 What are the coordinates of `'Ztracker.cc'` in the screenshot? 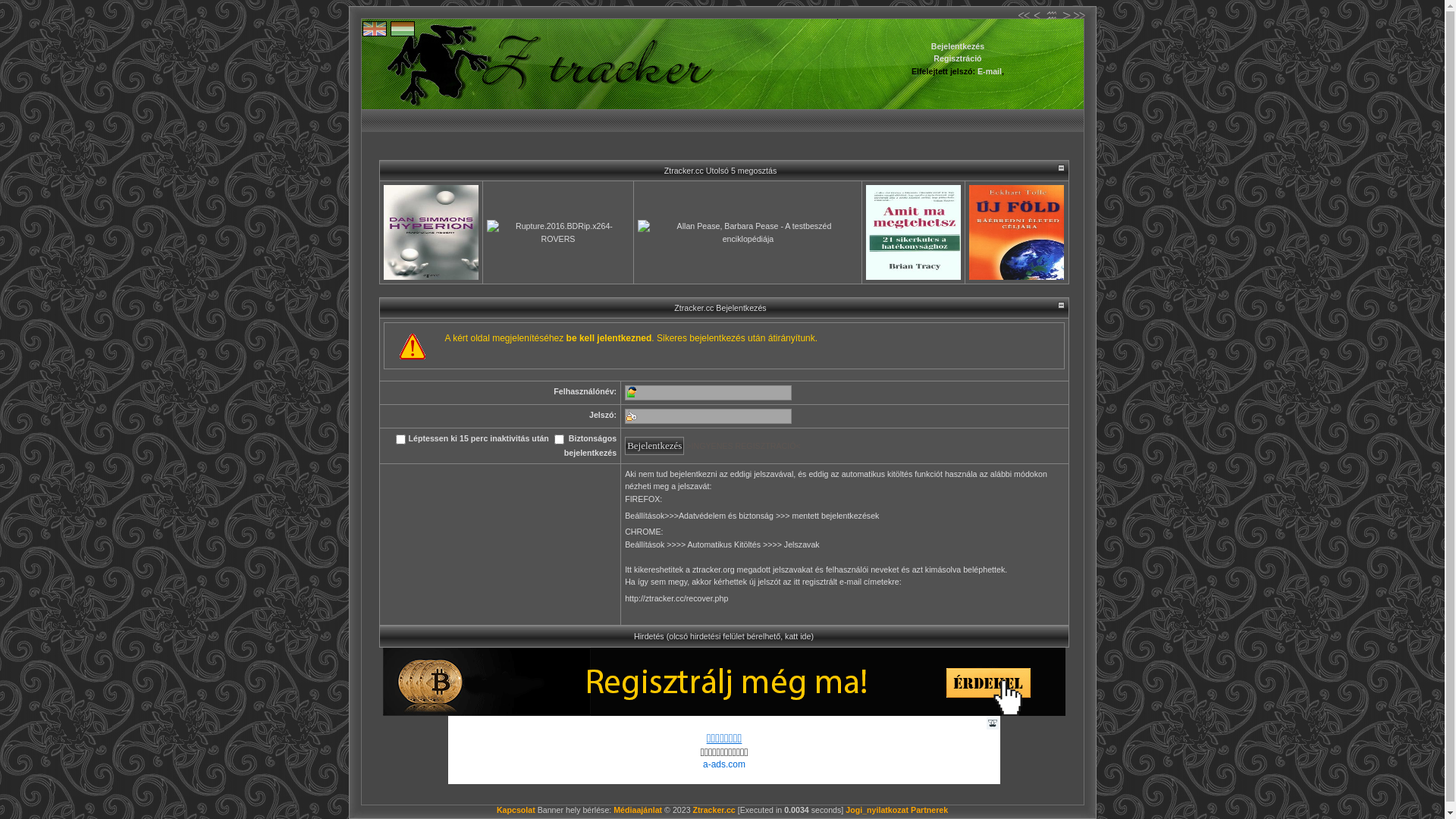 It's located at (692, 809).